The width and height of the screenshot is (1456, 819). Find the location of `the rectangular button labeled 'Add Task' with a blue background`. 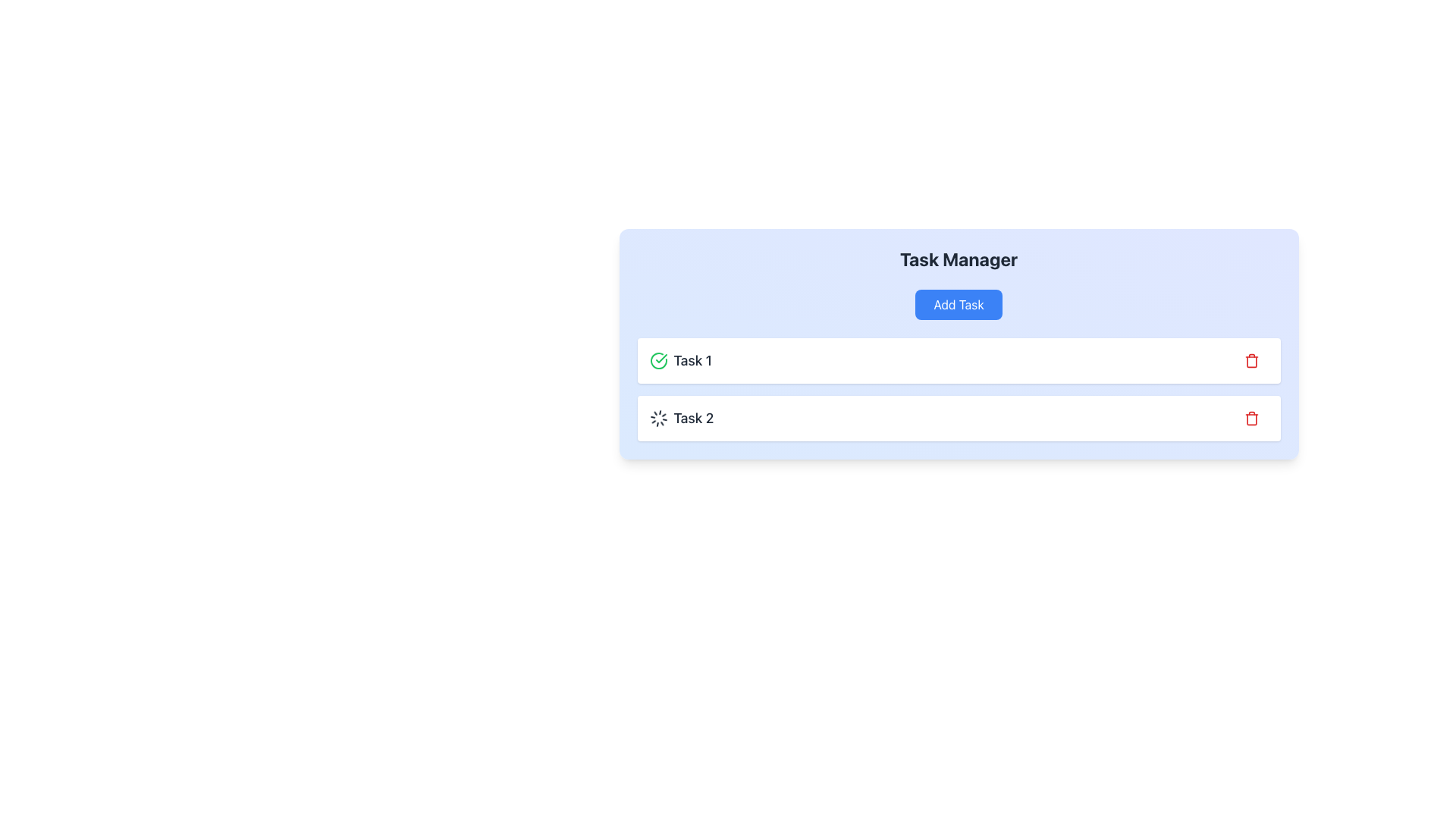

the rectangular button labeled 'Add Task' with a blue background is located at coordinates (958, 304).